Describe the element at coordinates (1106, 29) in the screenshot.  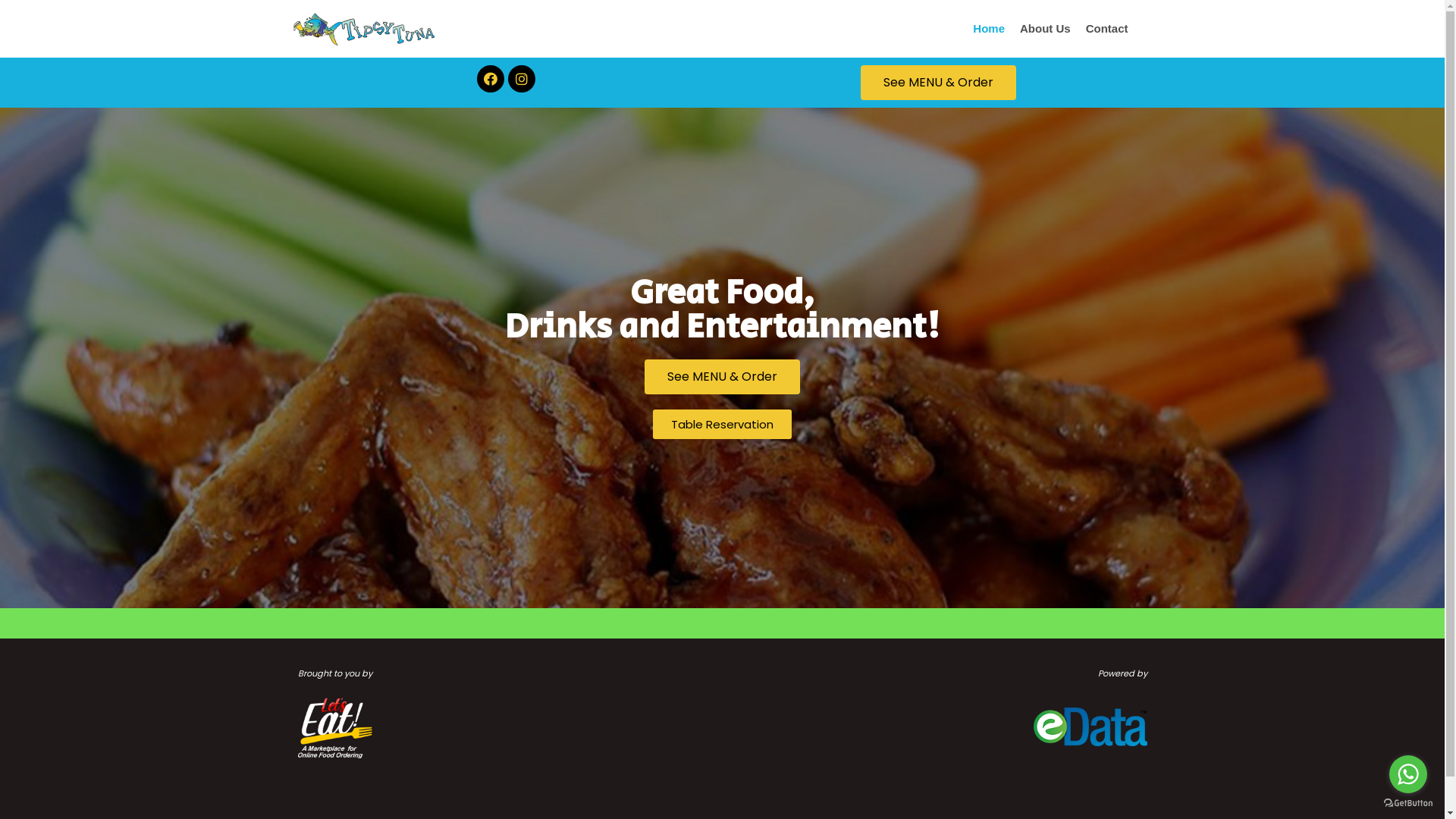
I see `'Contact'` at that location.